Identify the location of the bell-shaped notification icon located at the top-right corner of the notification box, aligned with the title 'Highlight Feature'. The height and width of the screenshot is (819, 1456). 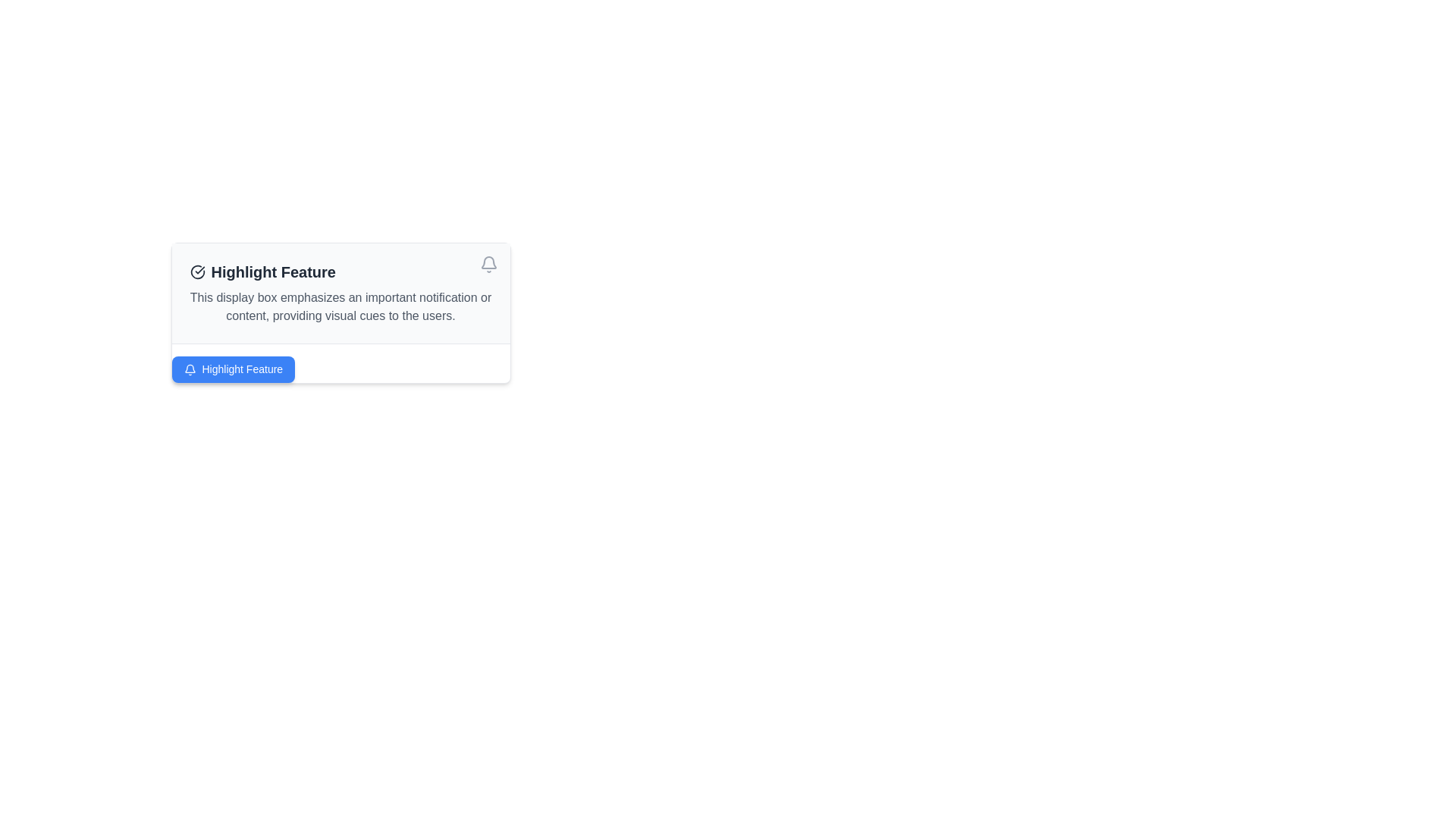
(488, 263).